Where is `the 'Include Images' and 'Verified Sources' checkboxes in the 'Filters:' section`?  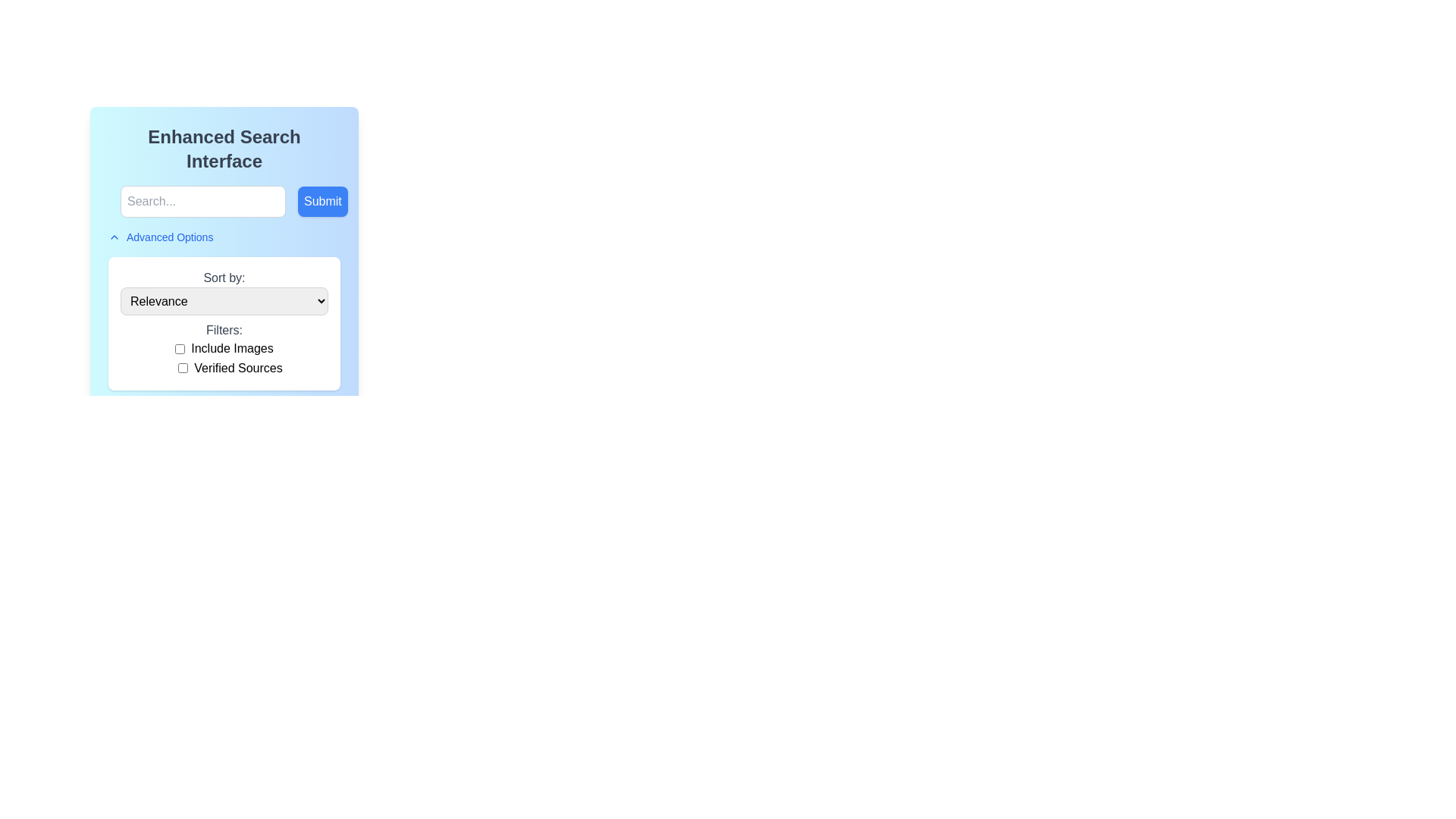
the 'Include Images' and 'Verified Sources' checkboxes in the 'Filters:' section is located at coordinates (224, 359).